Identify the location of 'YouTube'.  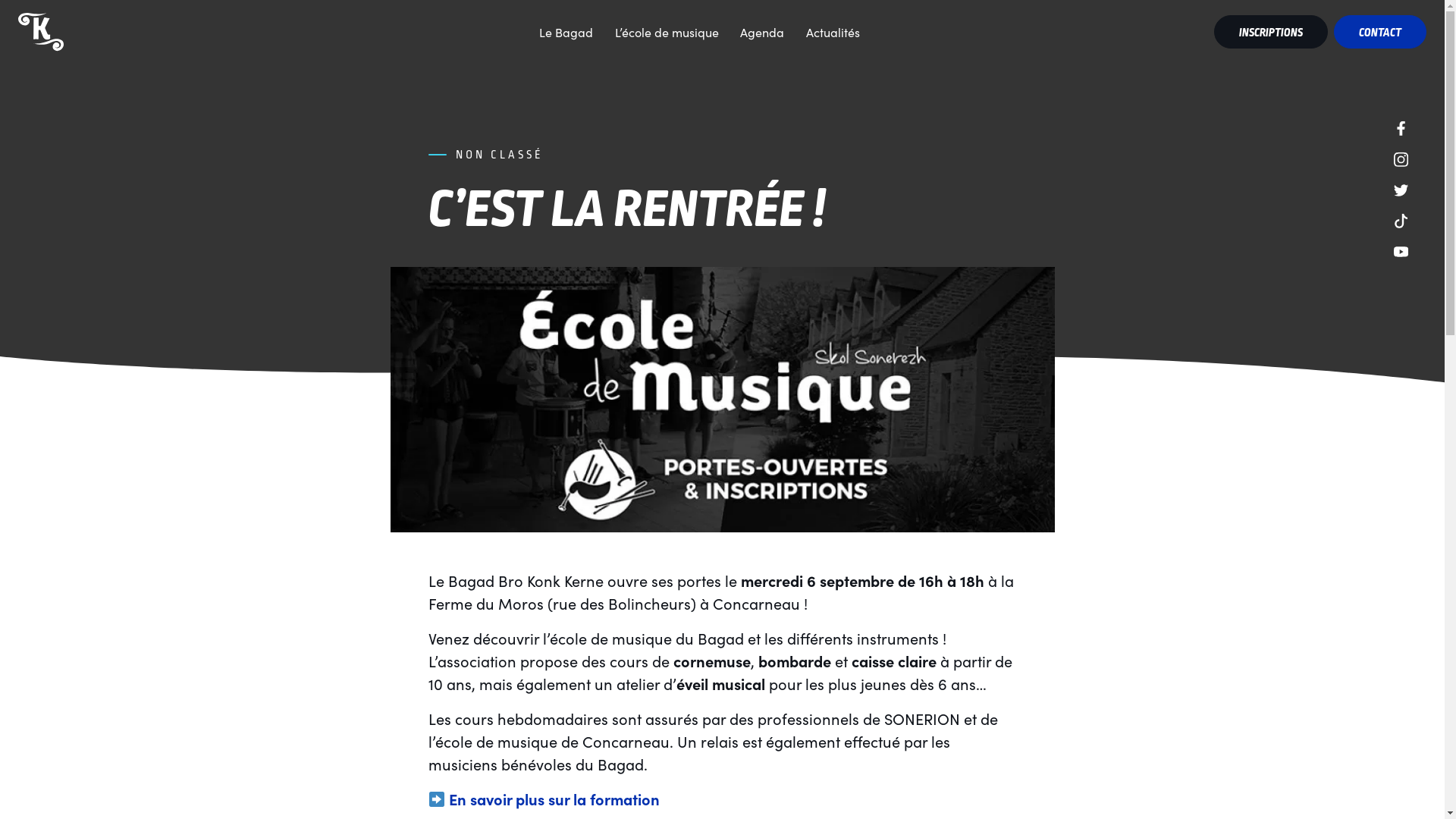
(1400, 249).